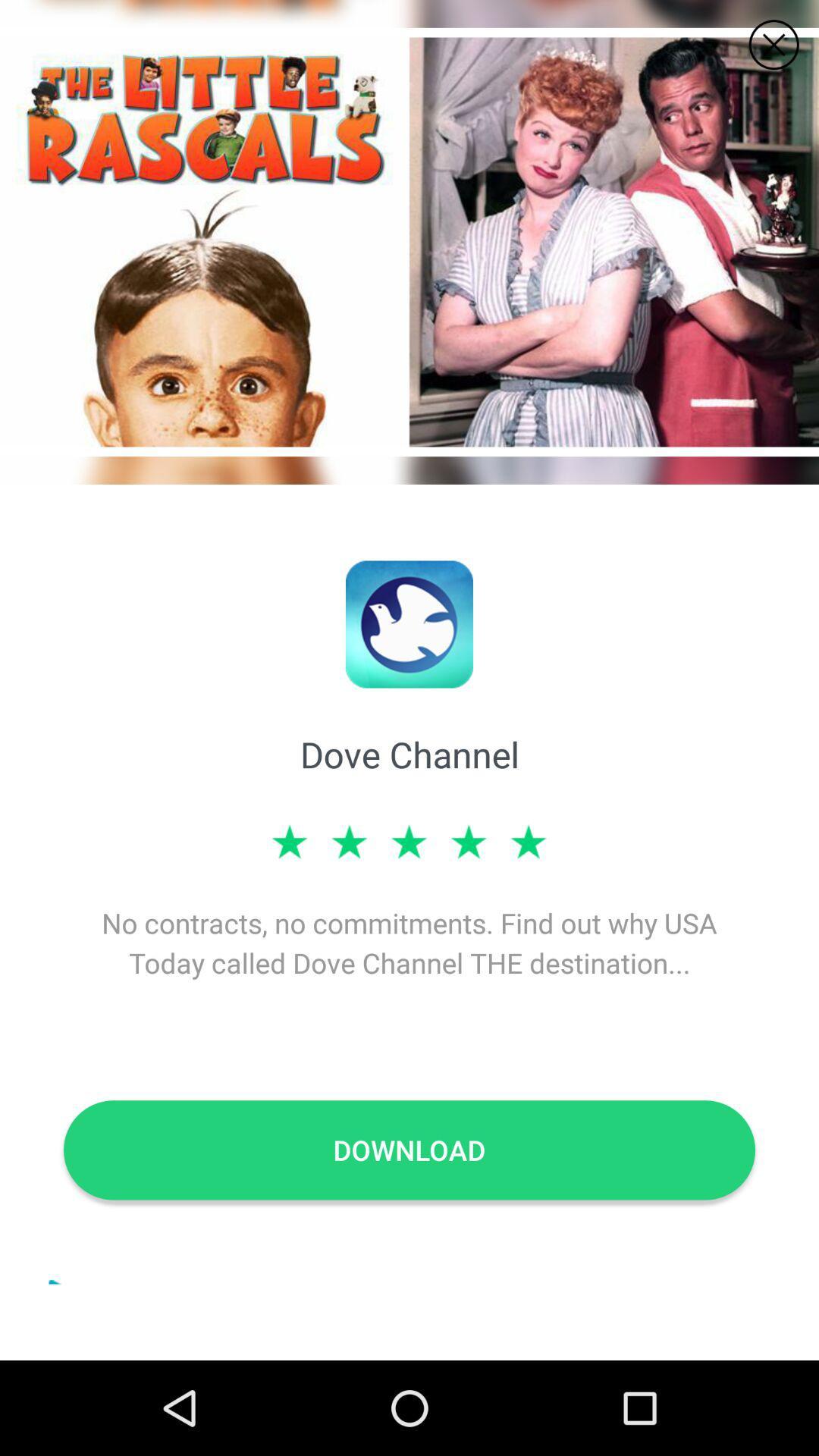 The width and height of the screenshot is (819, 1456). What do you see at coordinates (773, 45) in the screenshot?
I see `the close icon` at bounding box center [773, 45].